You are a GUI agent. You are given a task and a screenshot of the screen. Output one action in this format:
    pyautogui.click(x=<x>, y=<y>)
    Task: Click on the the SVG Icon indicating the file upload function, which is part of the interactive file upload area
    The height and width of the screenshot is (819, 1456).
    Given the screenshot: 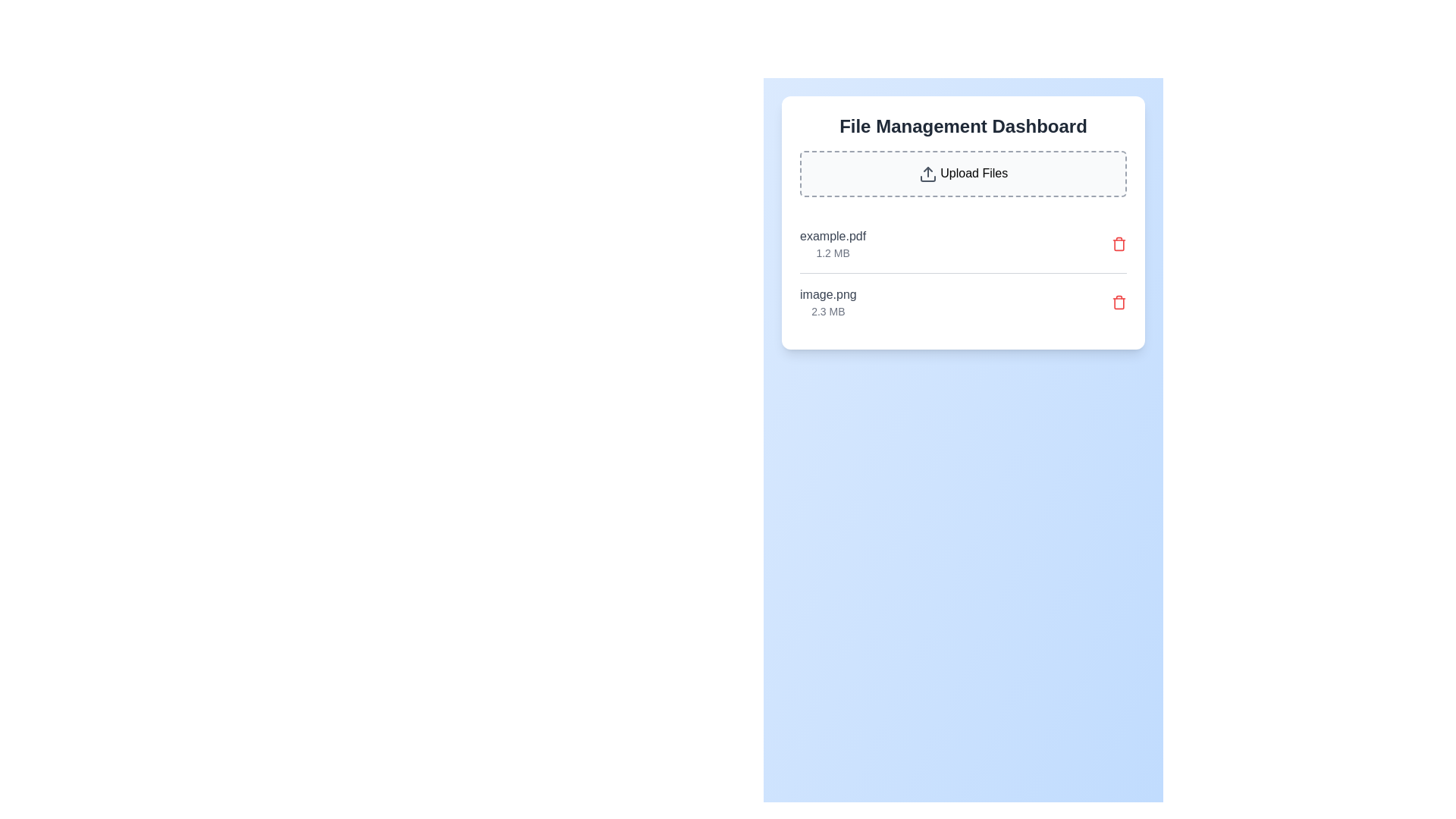 What is the action you would take?
    pyautogui.click(x=927, y=173)
    